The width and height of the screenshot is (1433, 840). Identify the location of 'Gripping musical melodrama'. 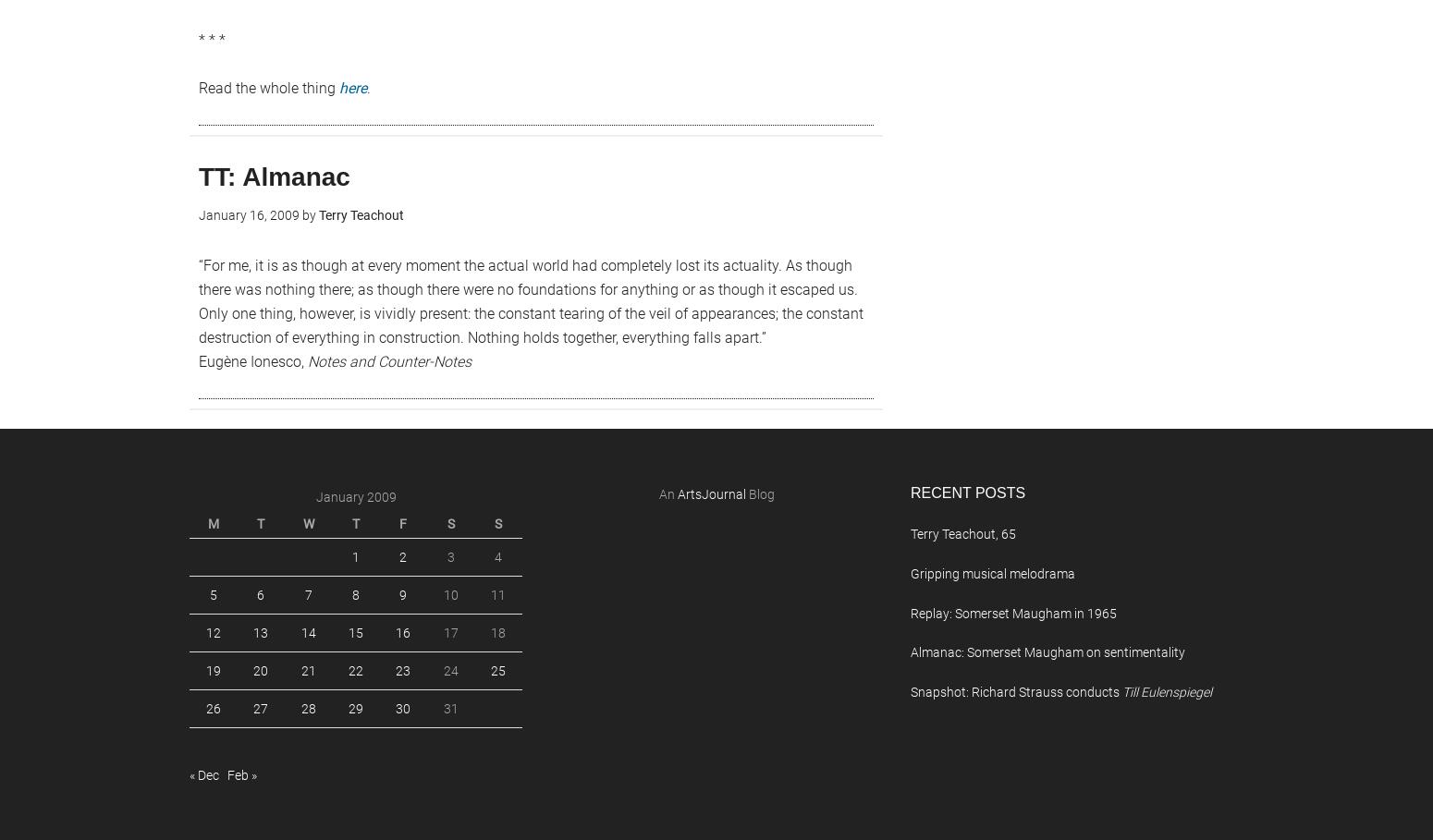
(992, 573).